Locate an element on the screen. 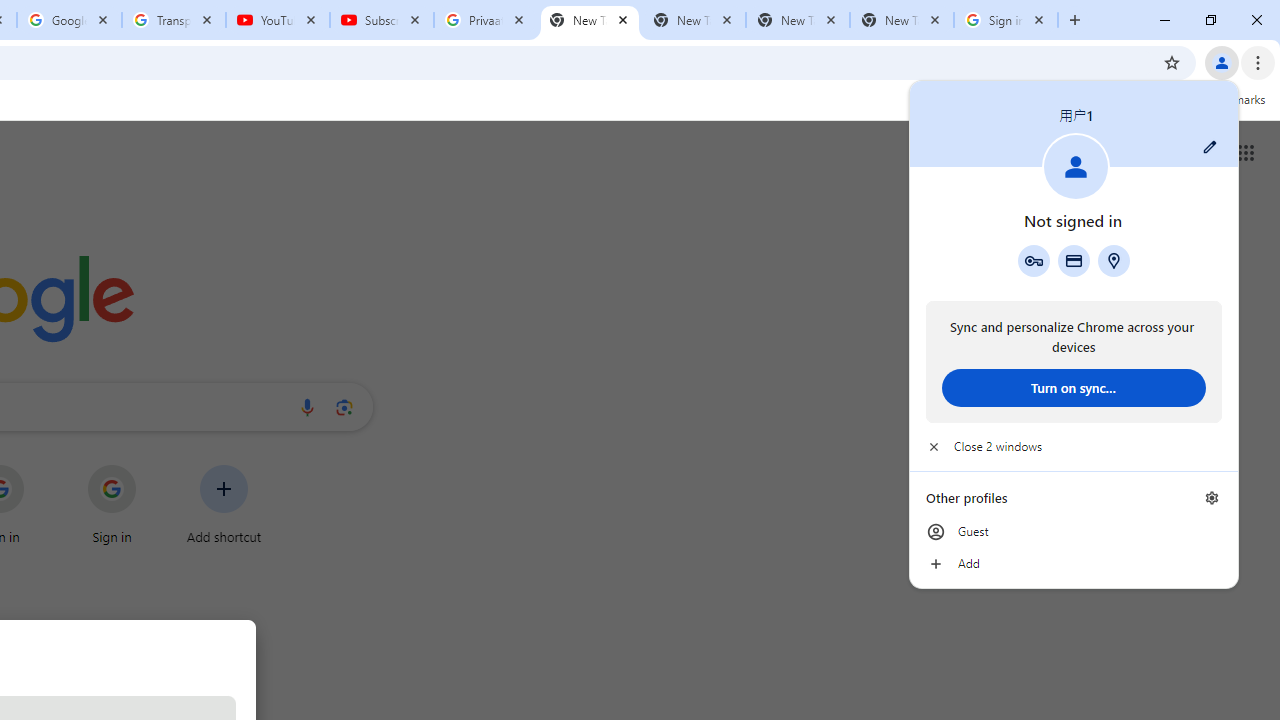 The height and width of the screenshot is (720, 1280). 'Sign in - Google Accounts' is located at coordinates (1006, 20).